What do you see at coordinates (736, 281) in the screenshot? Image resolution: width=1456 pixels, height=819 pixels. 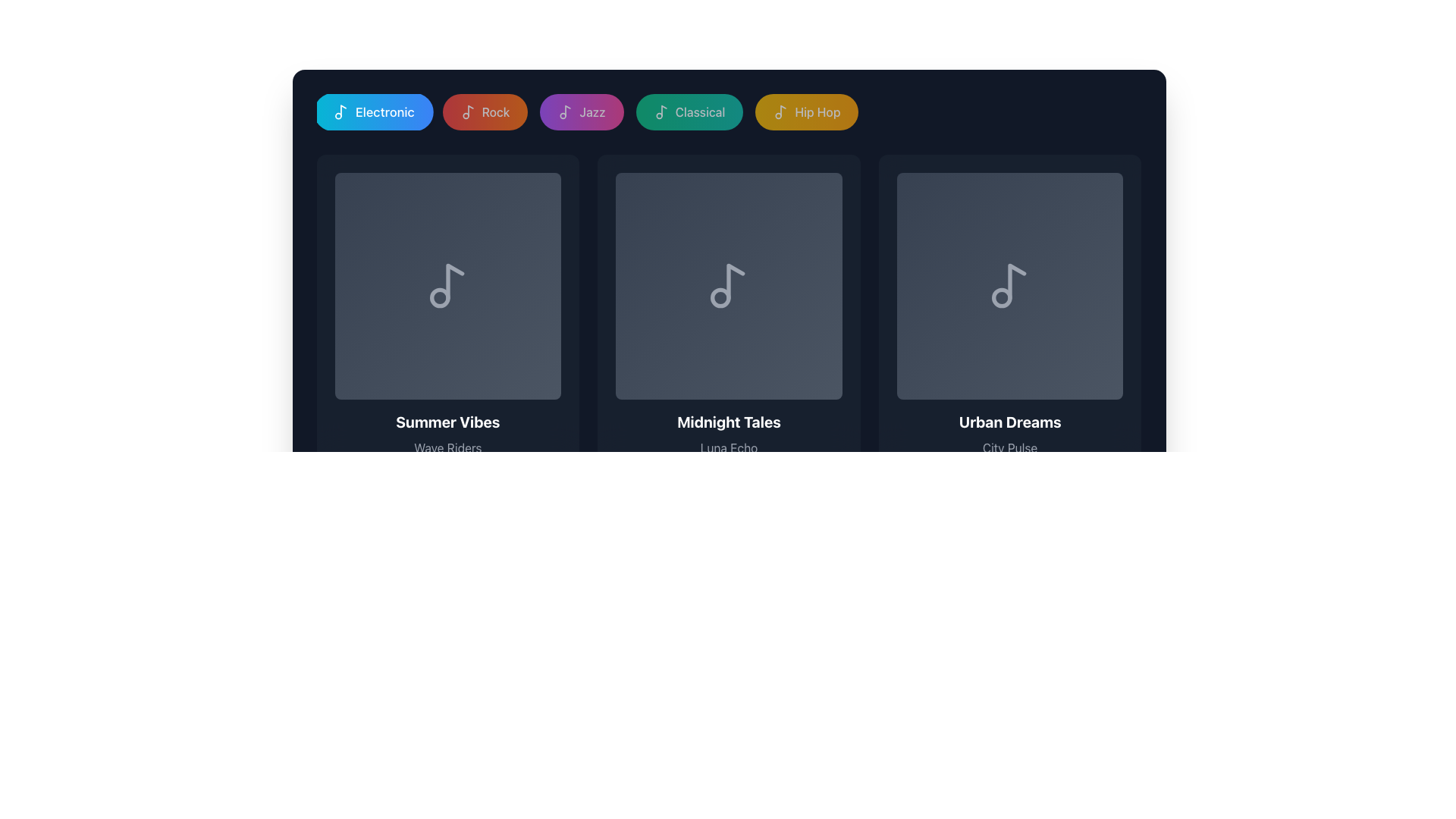 I see `the decorative music vector graphic icon located at the center of the 'Midnight Tales' card, positioned above the text label` at bounding box center [736, 281].